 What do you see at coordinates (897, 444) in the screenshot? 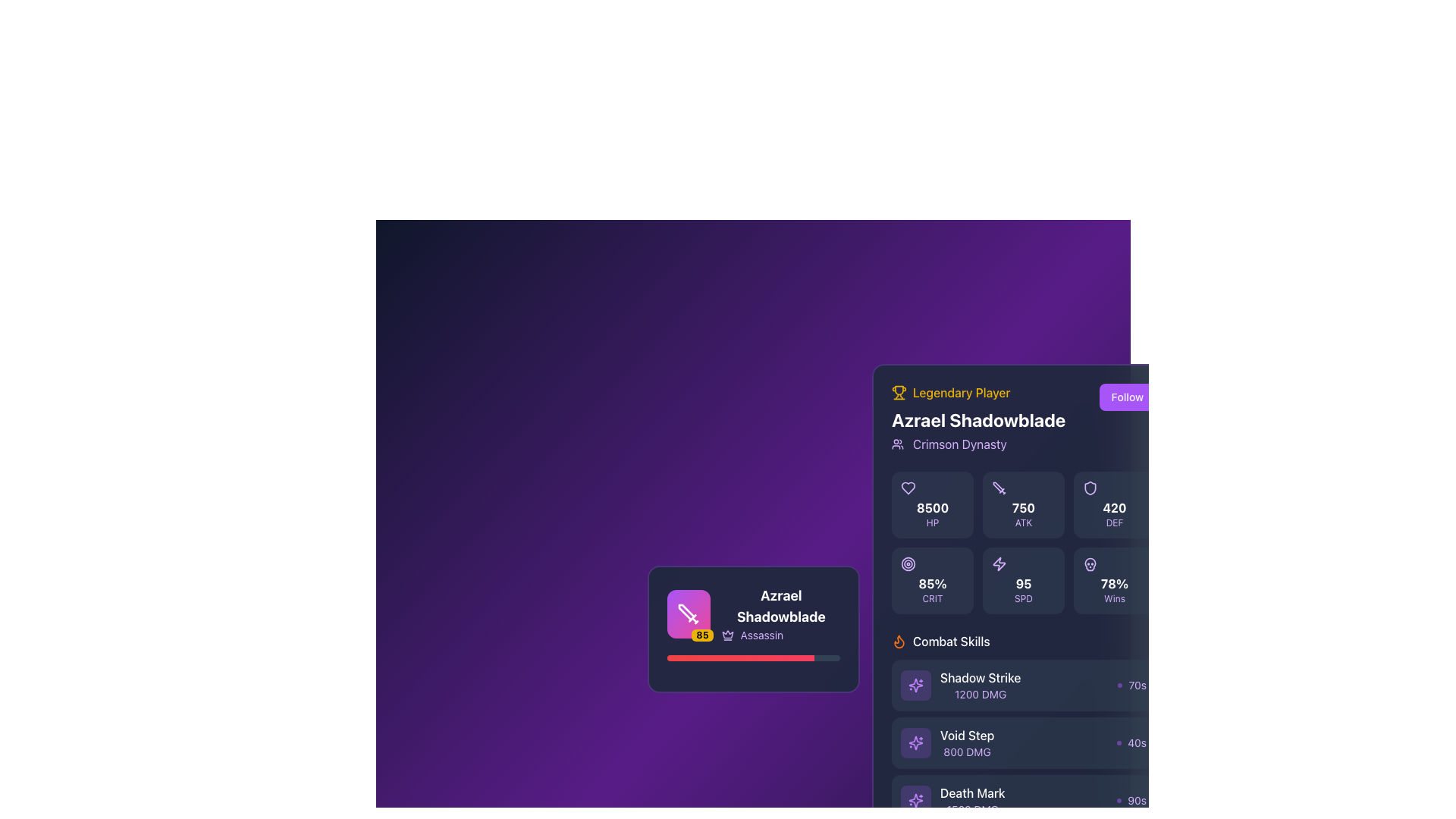
I see `the decorative icon associated with the player's guild 'Crimson Dynasty' located to the left of the text within the player's profile card` at bounding box center [897, 444].